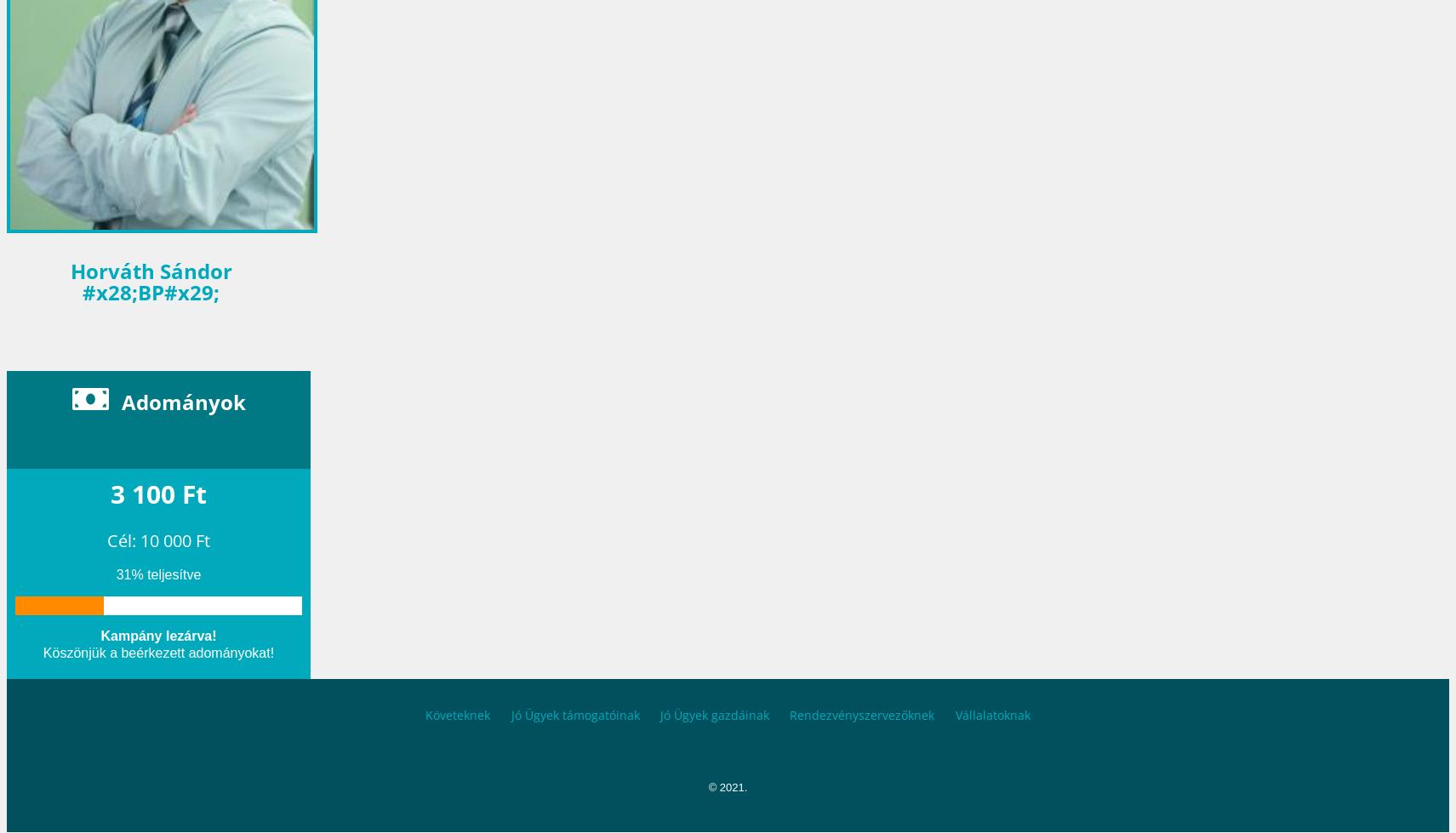  I want to click on 'Jó Ügyek támogatóinak', so click(574, 713).